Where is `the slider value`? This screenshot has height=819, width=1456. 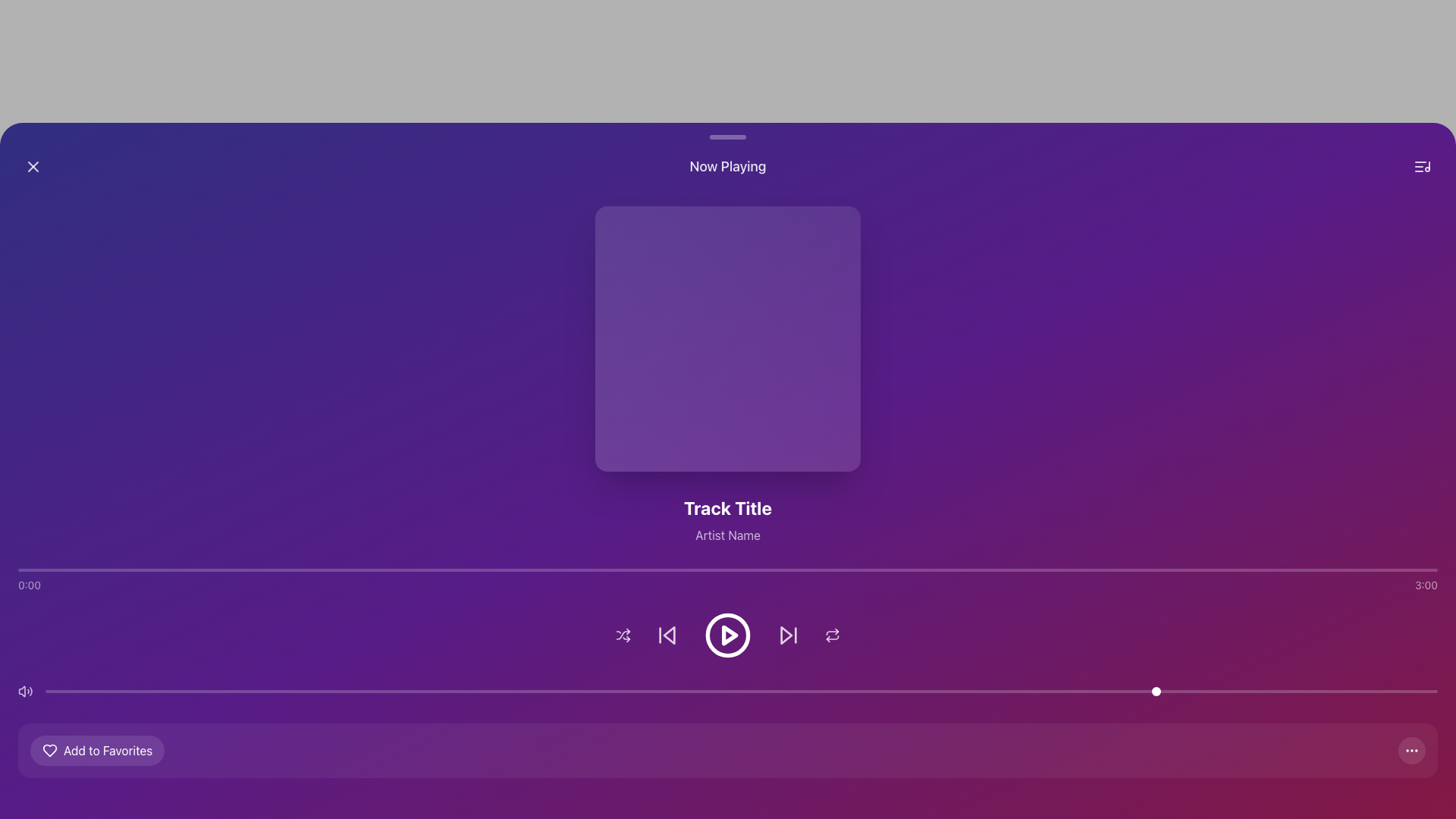 the slider value is located at coordinates (86, 691).